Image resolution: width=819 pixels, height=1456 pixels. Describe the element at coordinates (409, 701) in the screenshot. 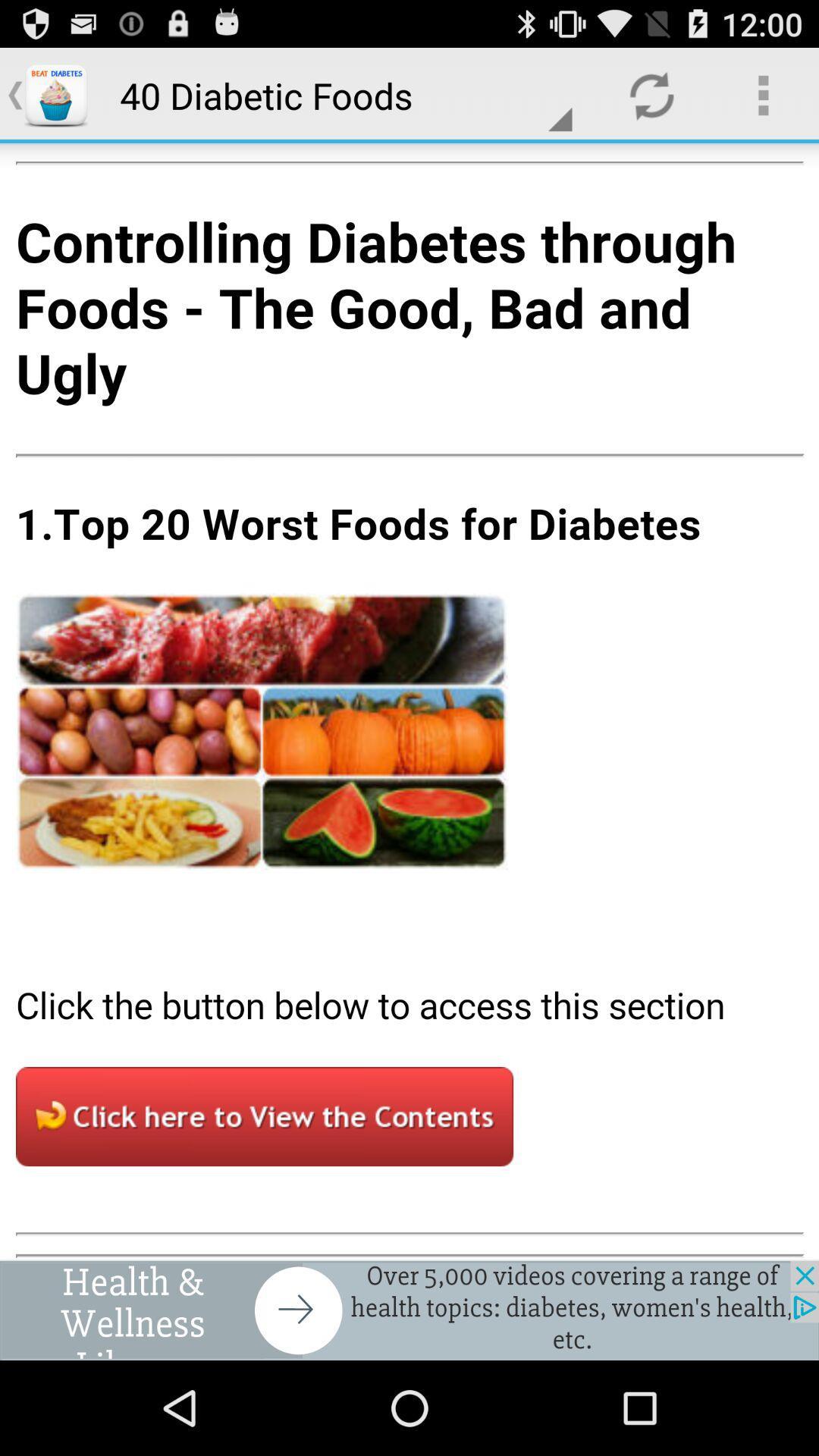

I see `article in middle` at that location.